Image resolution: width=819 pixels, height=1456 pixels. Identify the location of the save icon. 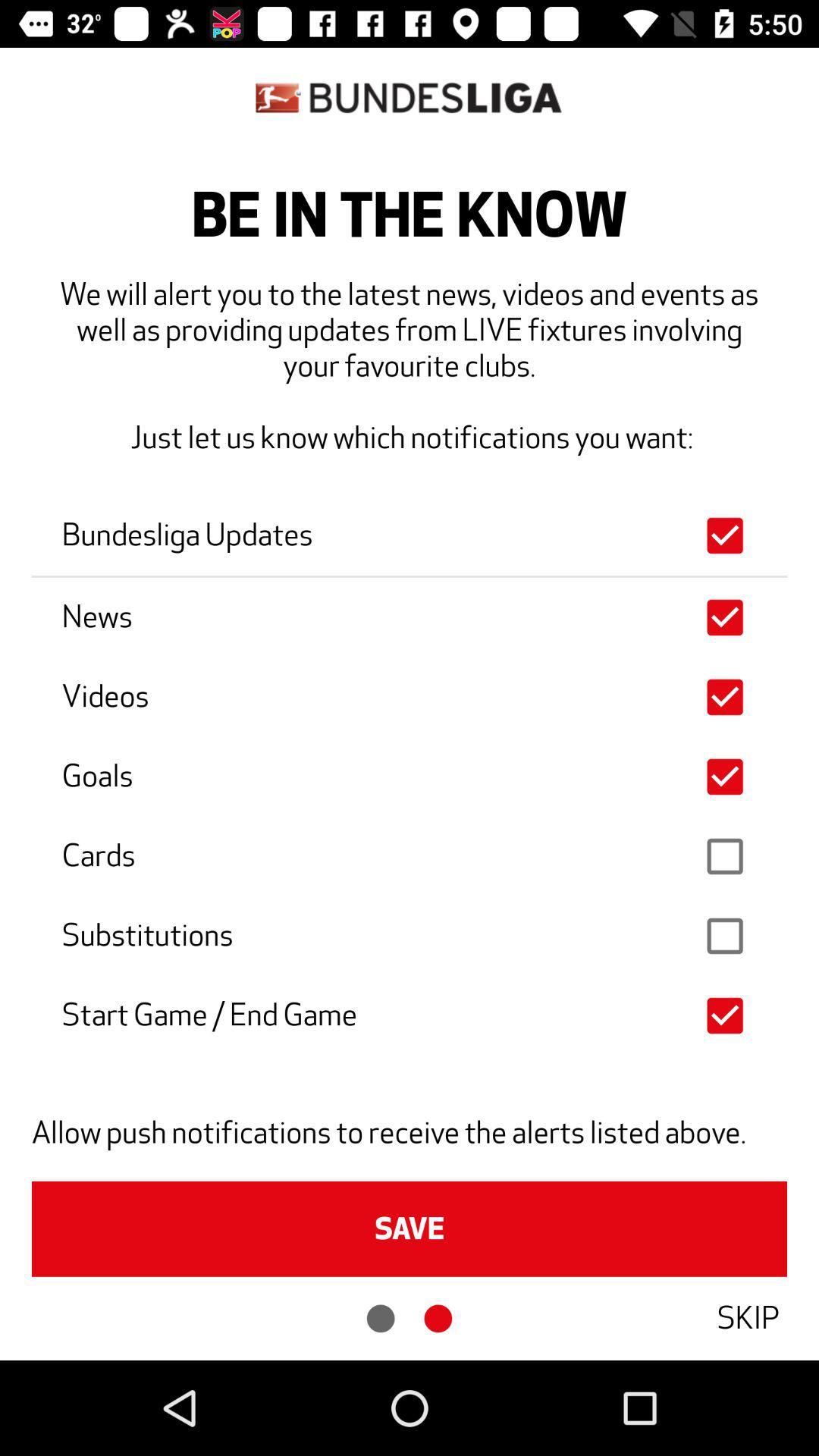
(409, 1228).